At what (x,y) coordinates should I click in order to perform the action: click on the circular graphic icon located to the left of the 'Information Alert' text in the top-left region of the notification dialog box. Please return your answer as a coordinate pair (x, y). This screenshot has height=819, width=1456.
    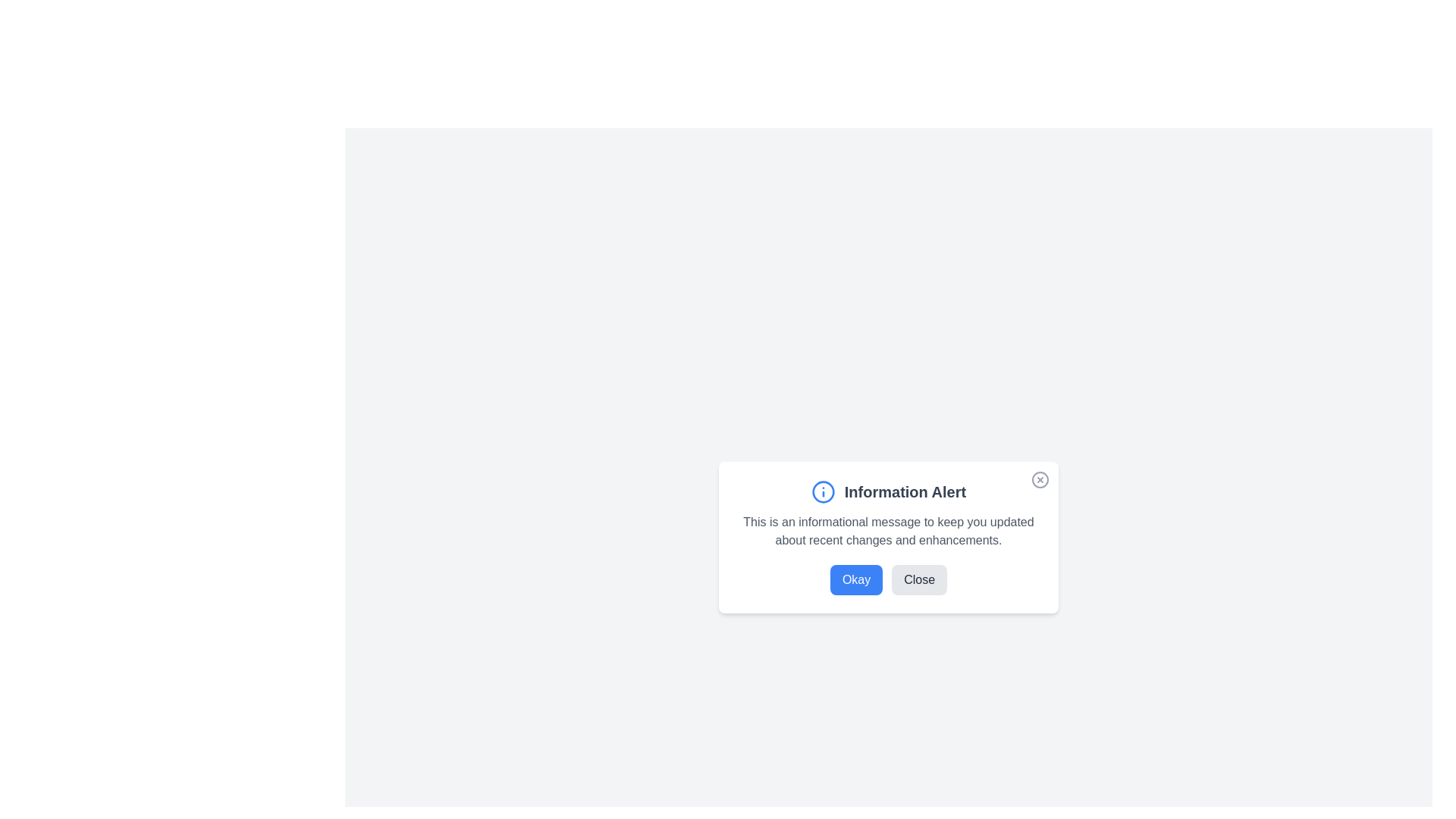
    Looking at the image, I should click on (822, 491).